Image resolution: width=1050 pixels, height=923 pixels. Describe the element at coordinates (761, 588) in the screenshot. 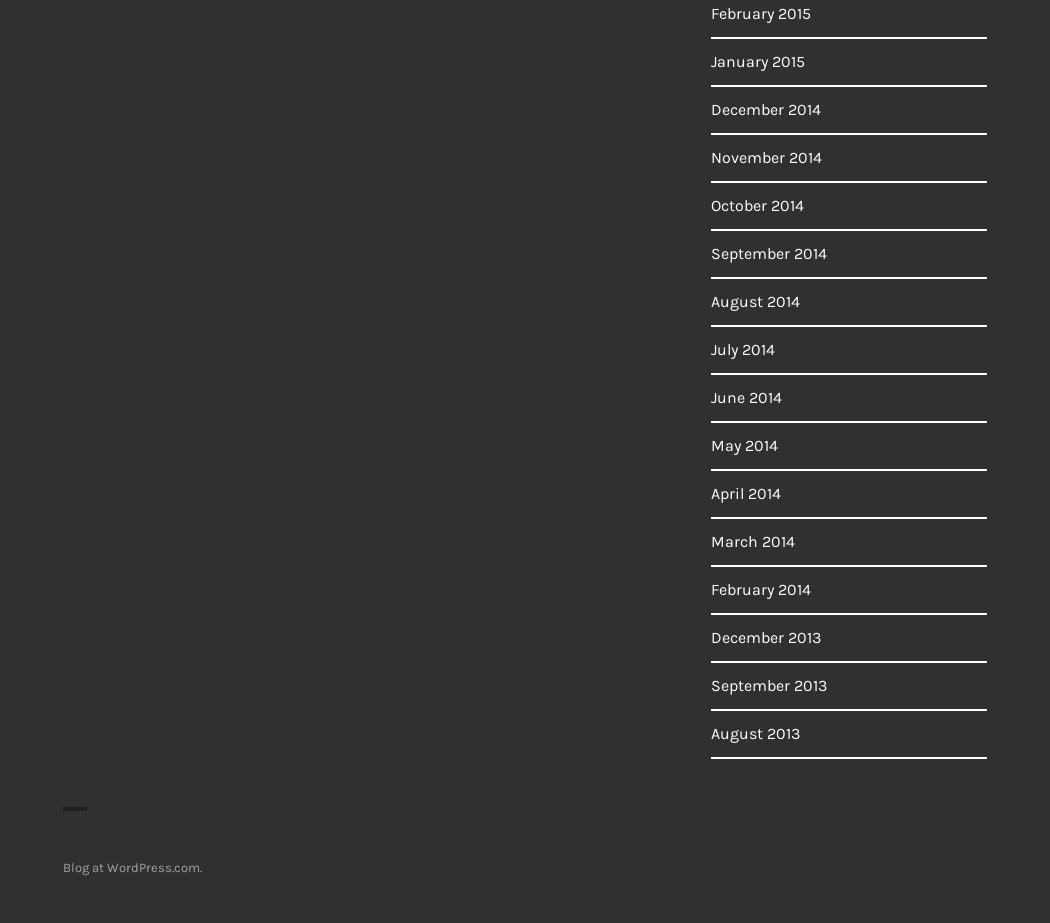

I see `'February 2014'` at that location.